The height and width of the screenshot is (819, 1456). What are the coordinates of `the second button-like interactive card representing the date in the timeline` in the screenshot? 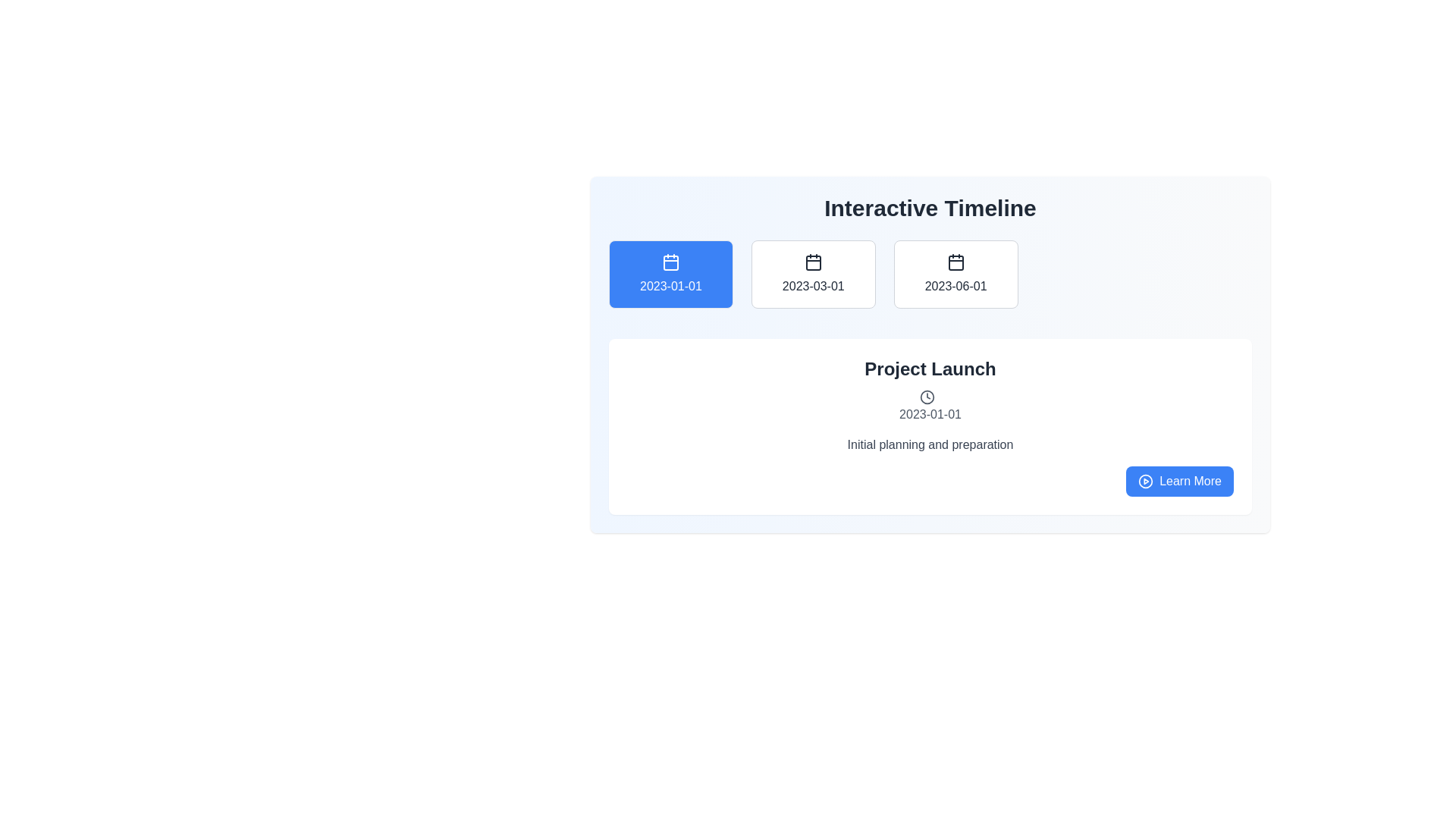 It's located at (812, 275).